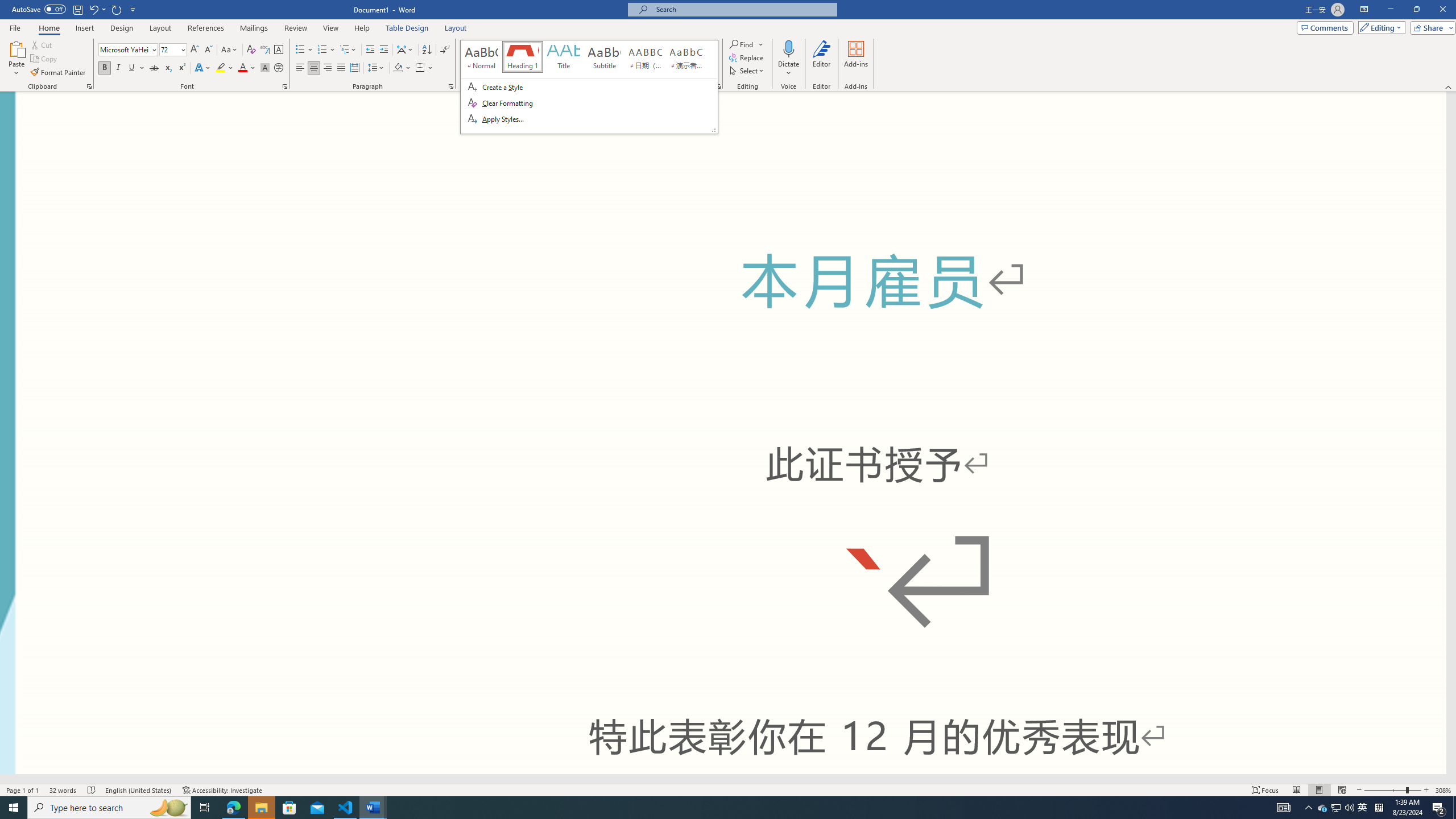 This screenshot has height=819, width=1456. What do you see at coordinates (109, 806) in the screenshot?
I see `'Type here to search'` at bounding box center [109, 806].